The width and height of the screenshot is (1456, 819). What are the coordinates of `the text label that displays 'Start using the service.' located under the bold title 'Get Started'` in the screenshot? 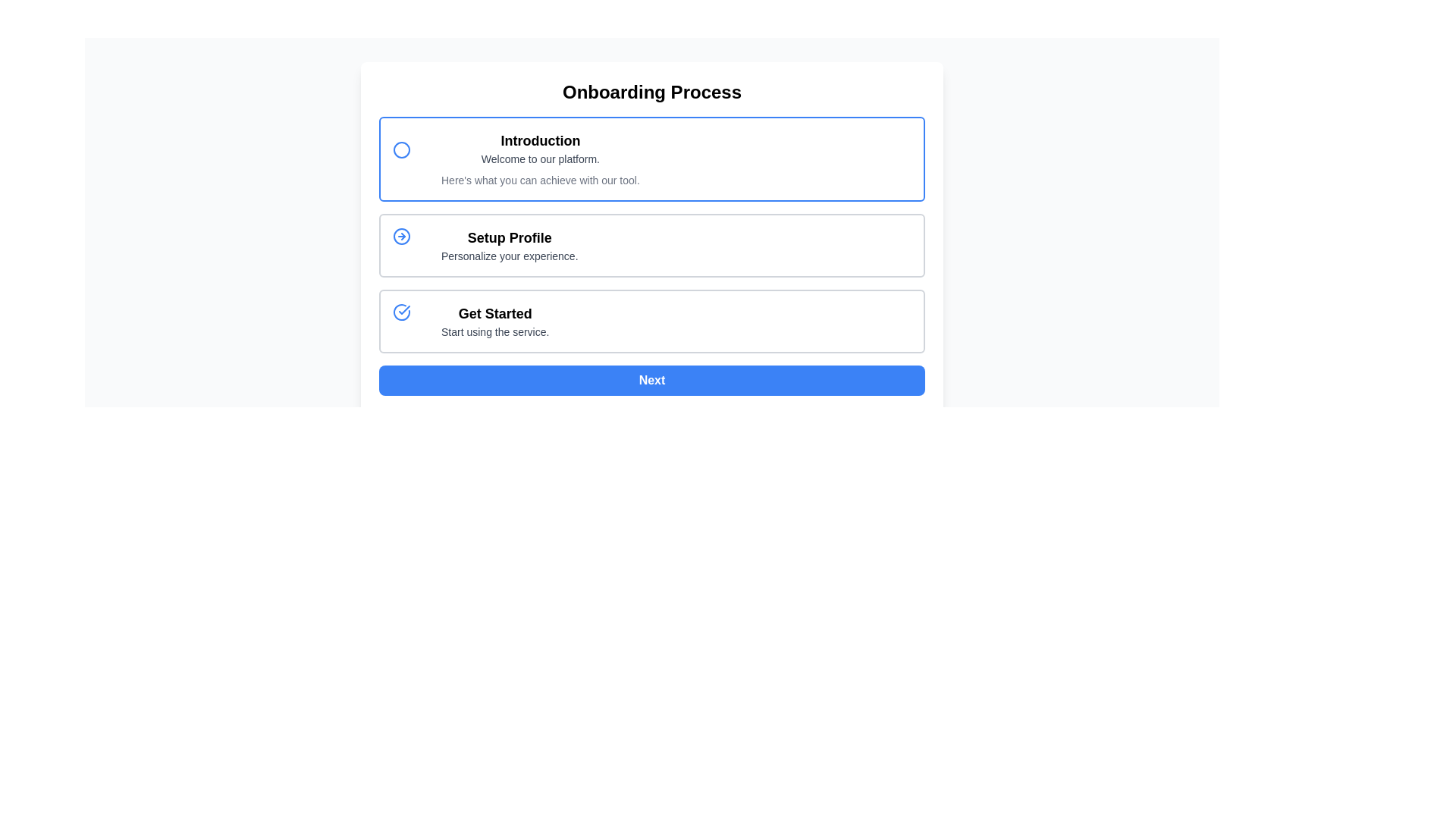 It's located at (495, 331).